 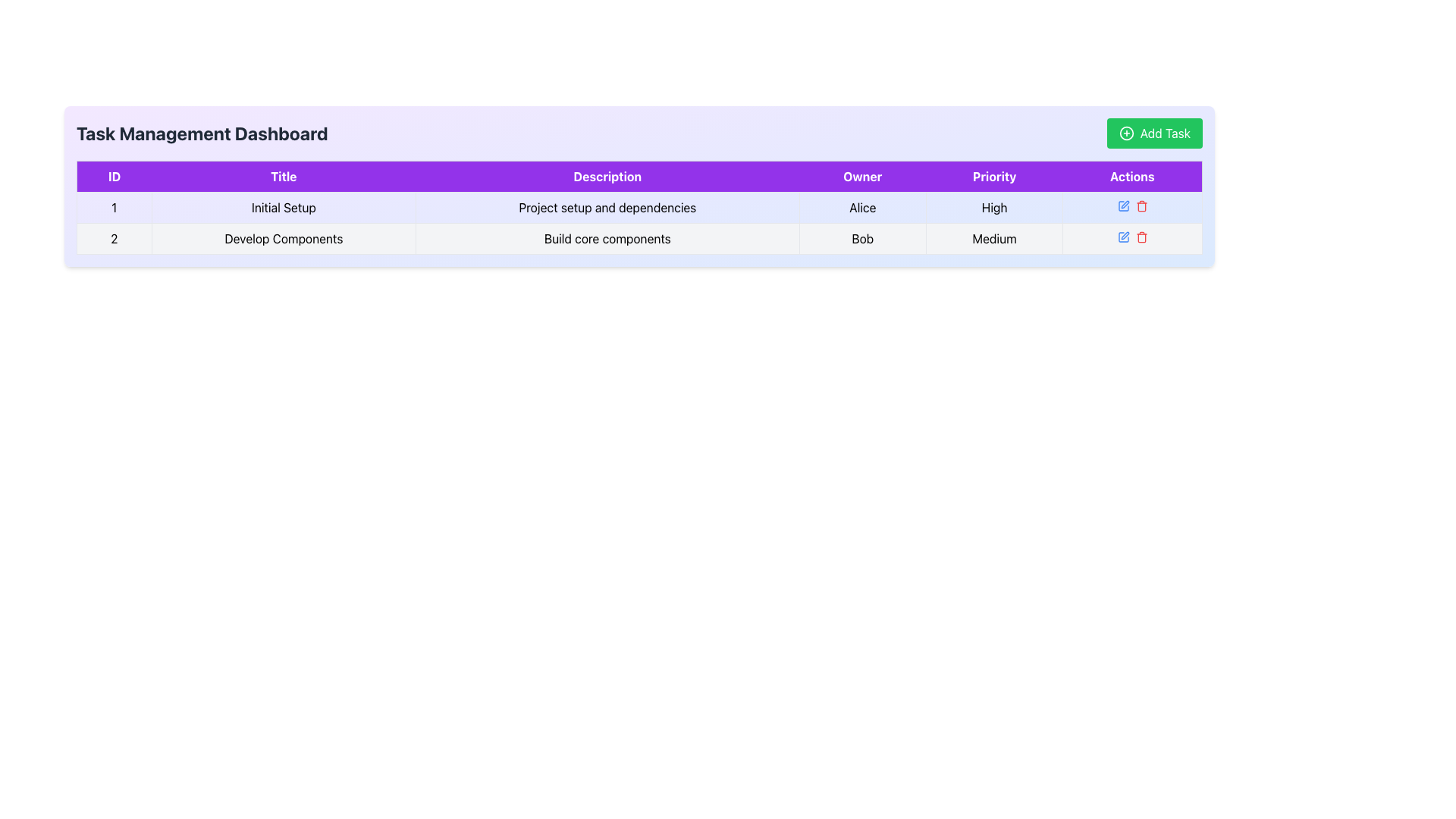 What do you see at coordinates (1123, 206) in the screenshot?
I see `the blue pen icon button in the Actions column of the second row` at bounding box center [1123, 206].